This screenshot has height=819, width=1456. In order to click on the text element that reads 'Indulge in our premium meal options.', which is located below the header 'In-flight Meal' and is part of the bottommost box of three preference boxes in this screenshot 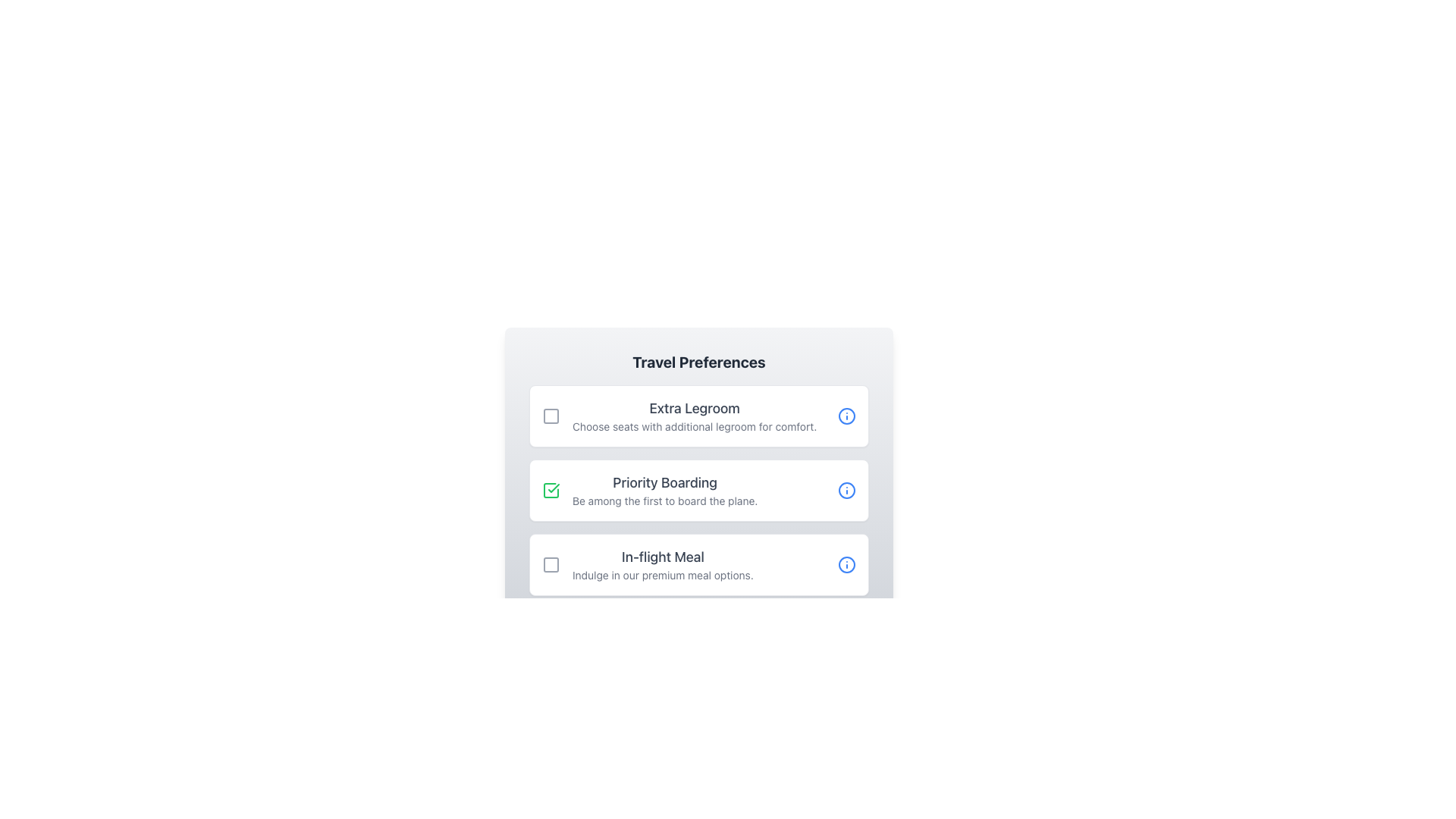, I will do `click(663, 576)`.